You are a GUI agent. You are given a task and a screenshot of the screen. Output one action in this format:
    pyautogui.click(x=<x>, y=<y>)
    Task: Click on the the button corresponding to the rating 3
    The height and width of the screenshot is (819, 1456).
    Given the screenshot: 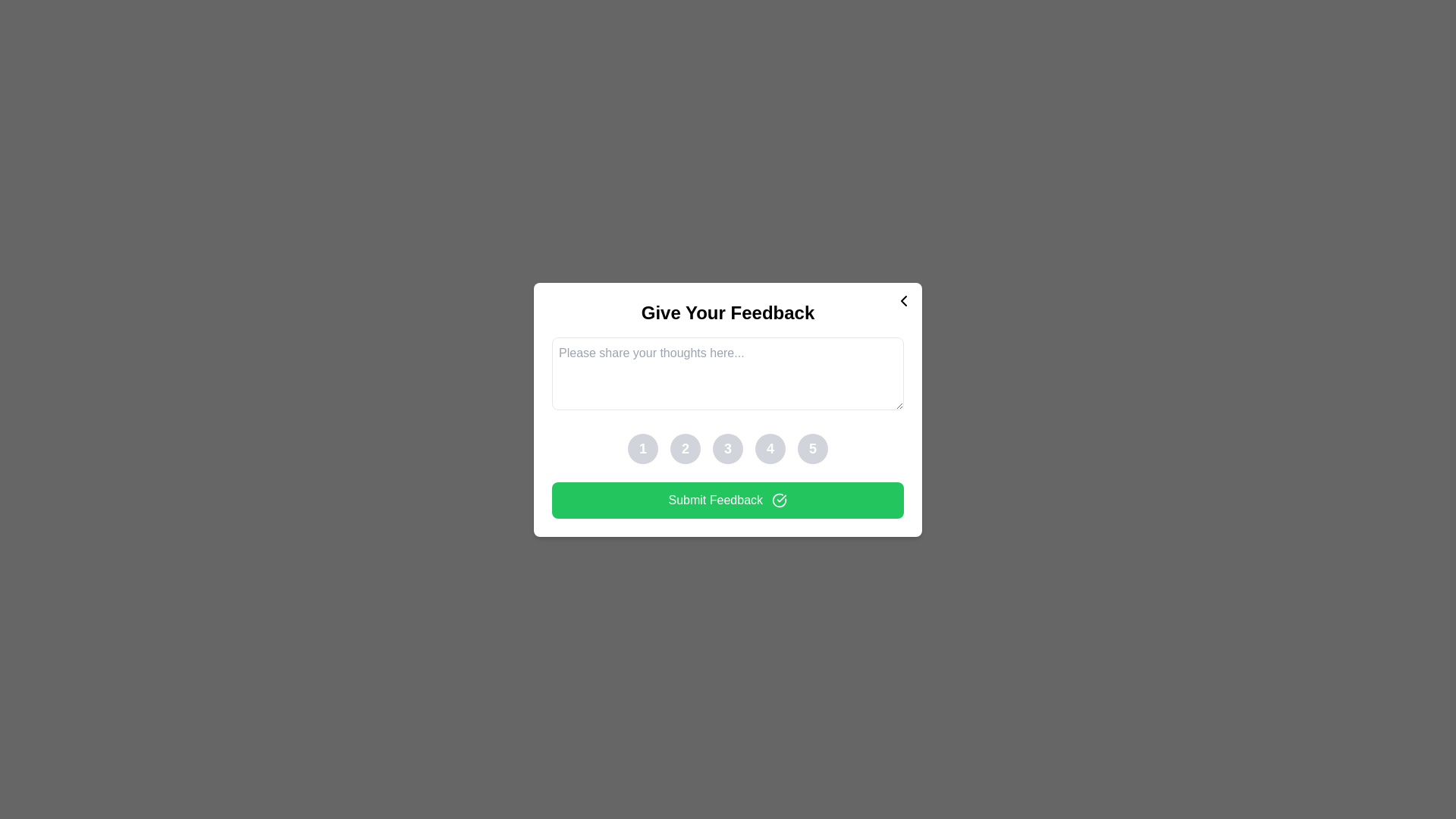 What is the action you would take?
    pyautogui.click(x=728, y=447)
    